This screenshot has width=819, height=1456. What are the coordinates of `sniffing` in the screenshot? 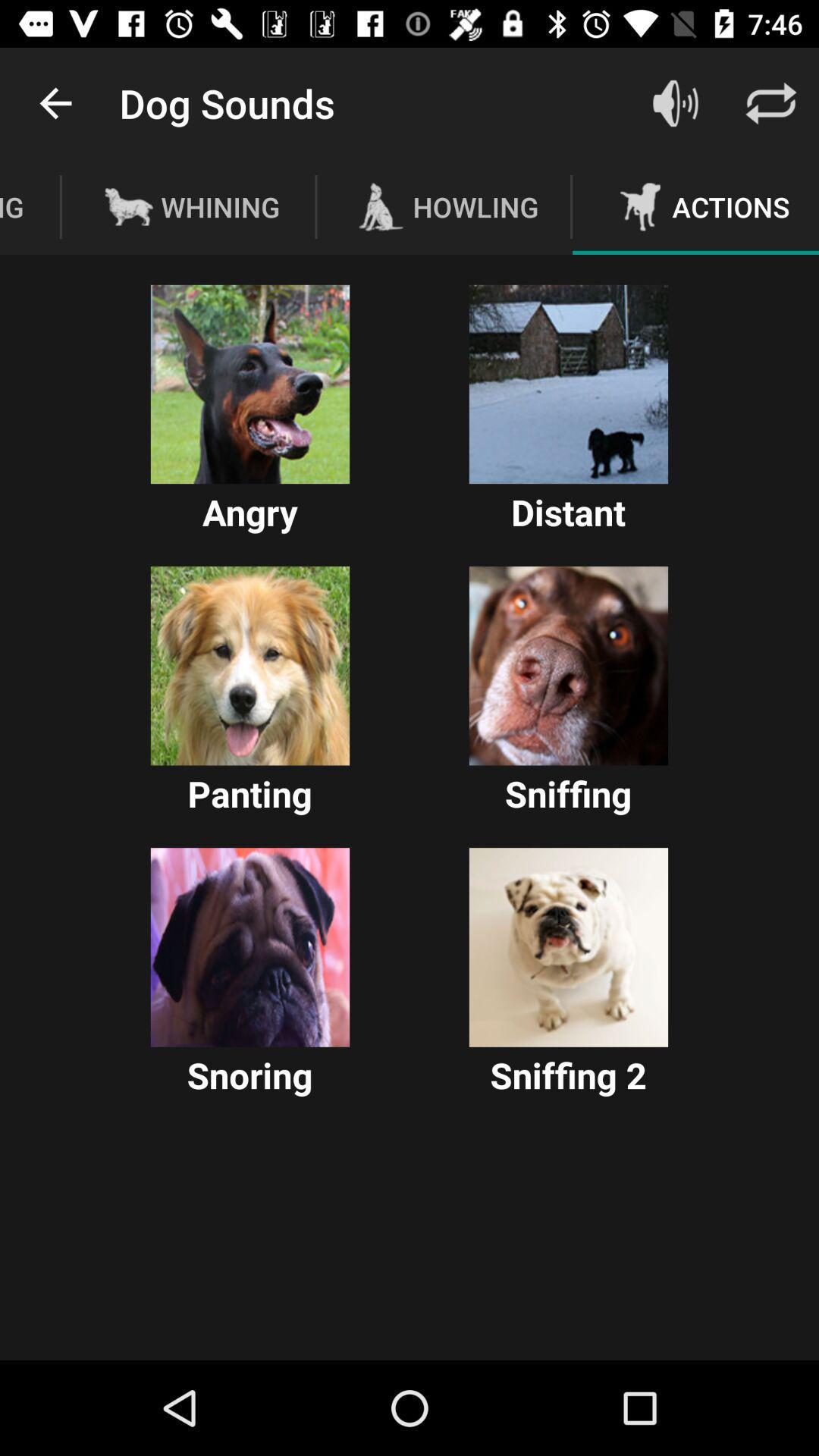 It's located at (568, 666).